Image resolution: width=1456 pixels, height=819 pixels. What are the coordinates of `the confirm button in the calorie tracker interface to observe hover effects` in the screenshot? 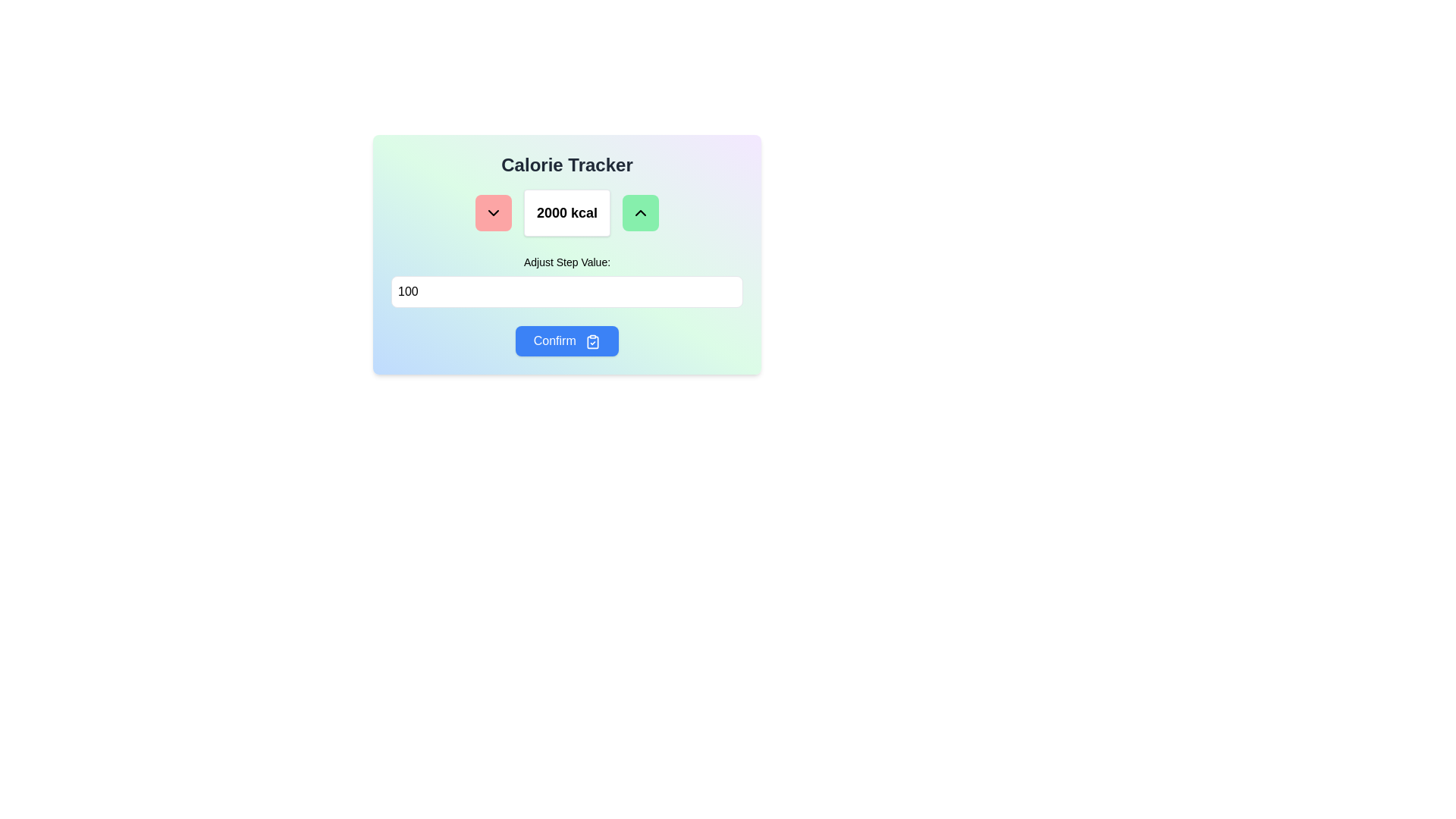 It's located at (566, 341).